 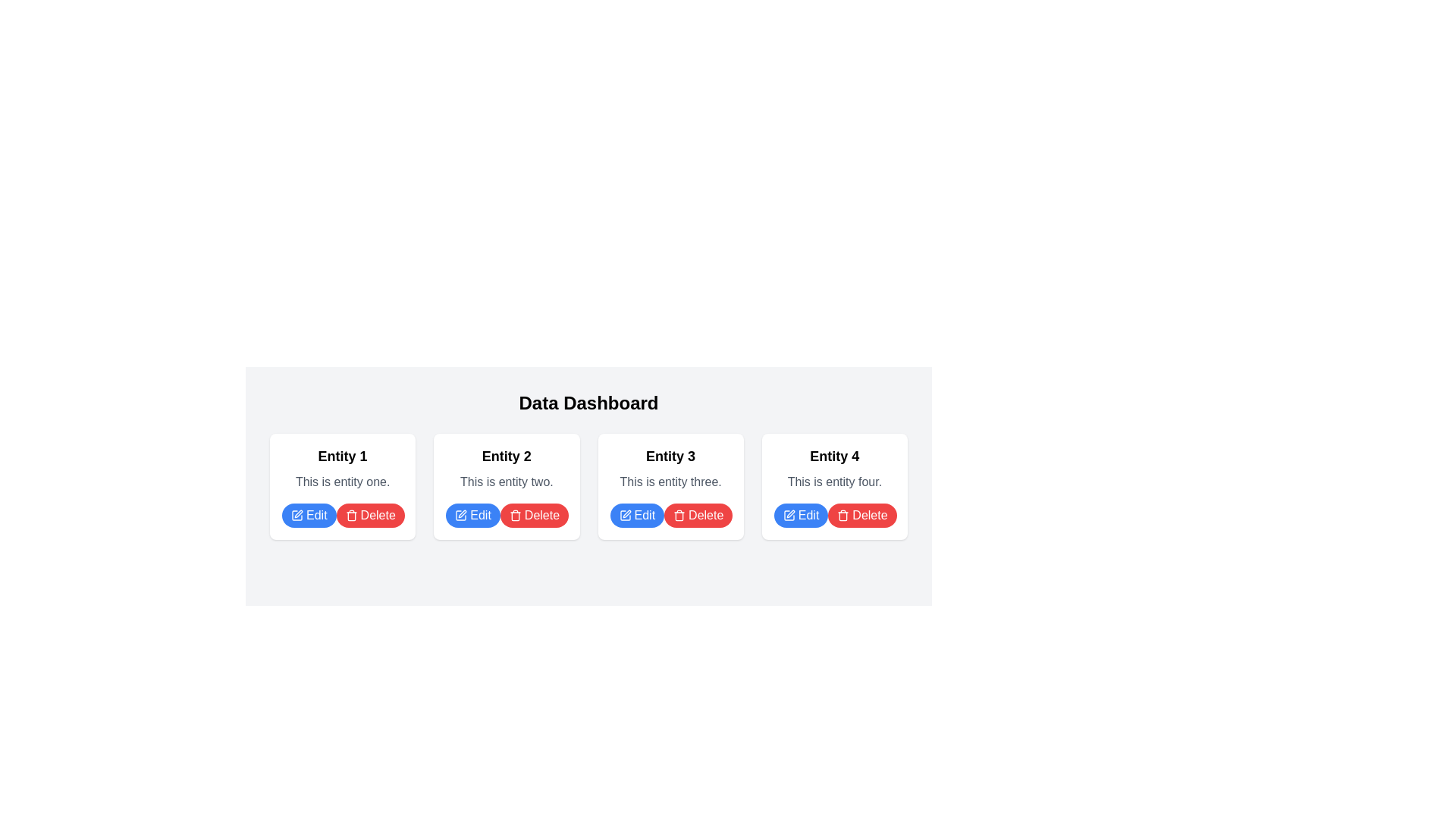 What do you see at coordinates (679, 516) in the screenshot?
I see `the rectangular body of the trash can icon located under the 'Delete' button associated with the Entity 4 card in the Data Dashboard` at bounding box center [679, 516].